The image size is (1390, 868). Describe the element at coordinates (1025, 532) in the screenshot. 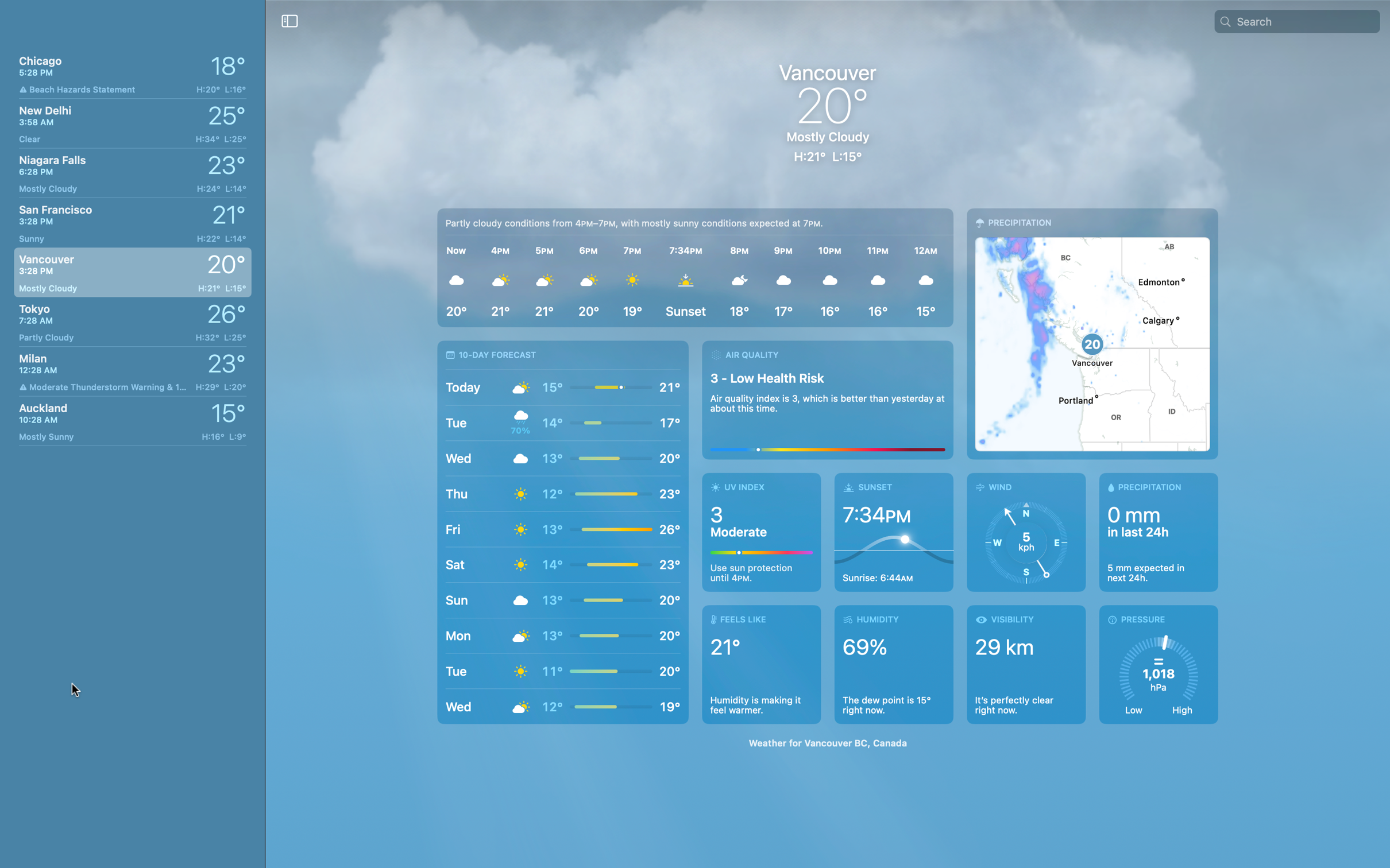

I see `wind information in Vancouver` at that location.